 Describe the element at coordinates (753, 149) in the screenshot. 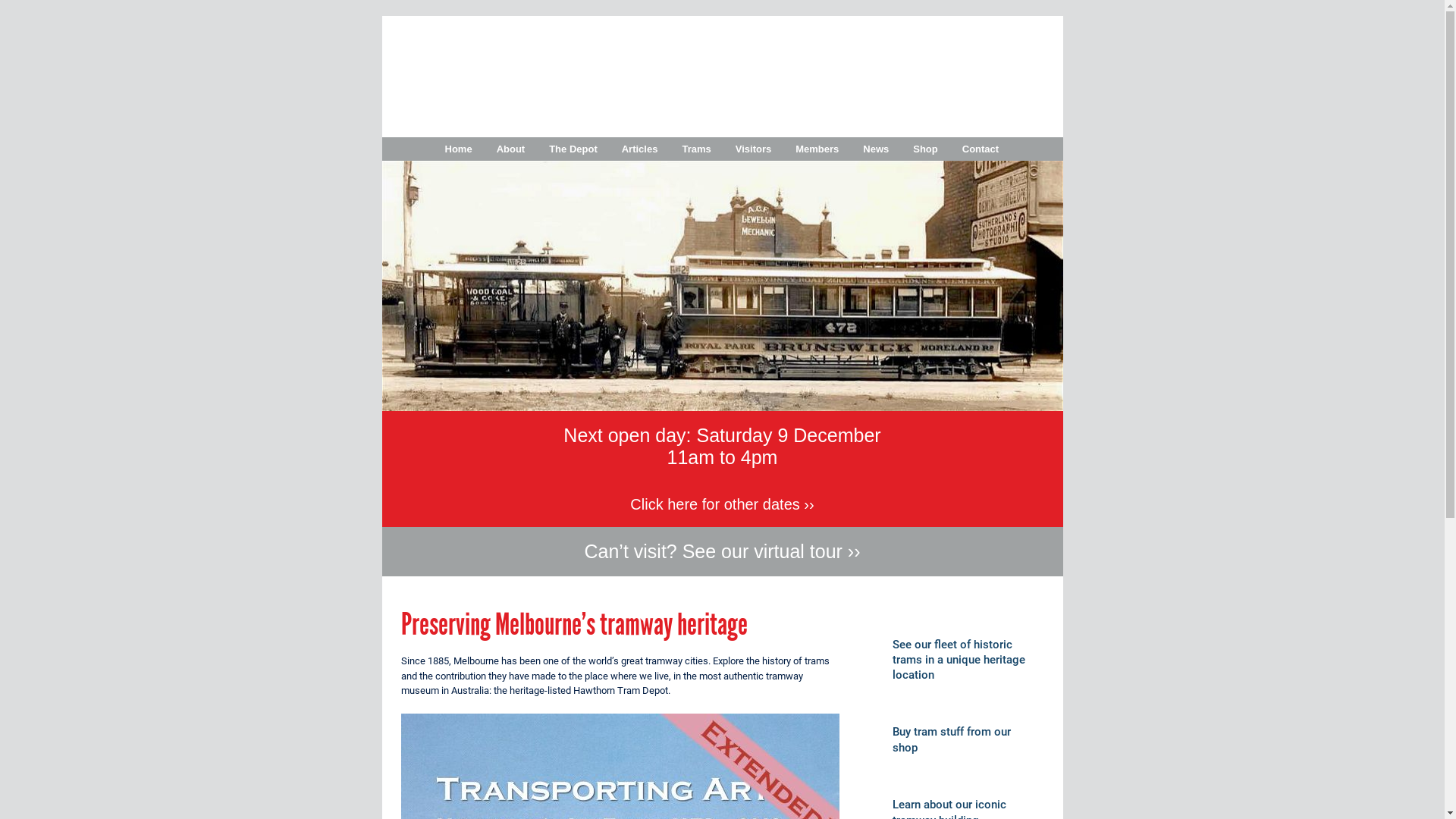

I see `'Visitors'` at that location.